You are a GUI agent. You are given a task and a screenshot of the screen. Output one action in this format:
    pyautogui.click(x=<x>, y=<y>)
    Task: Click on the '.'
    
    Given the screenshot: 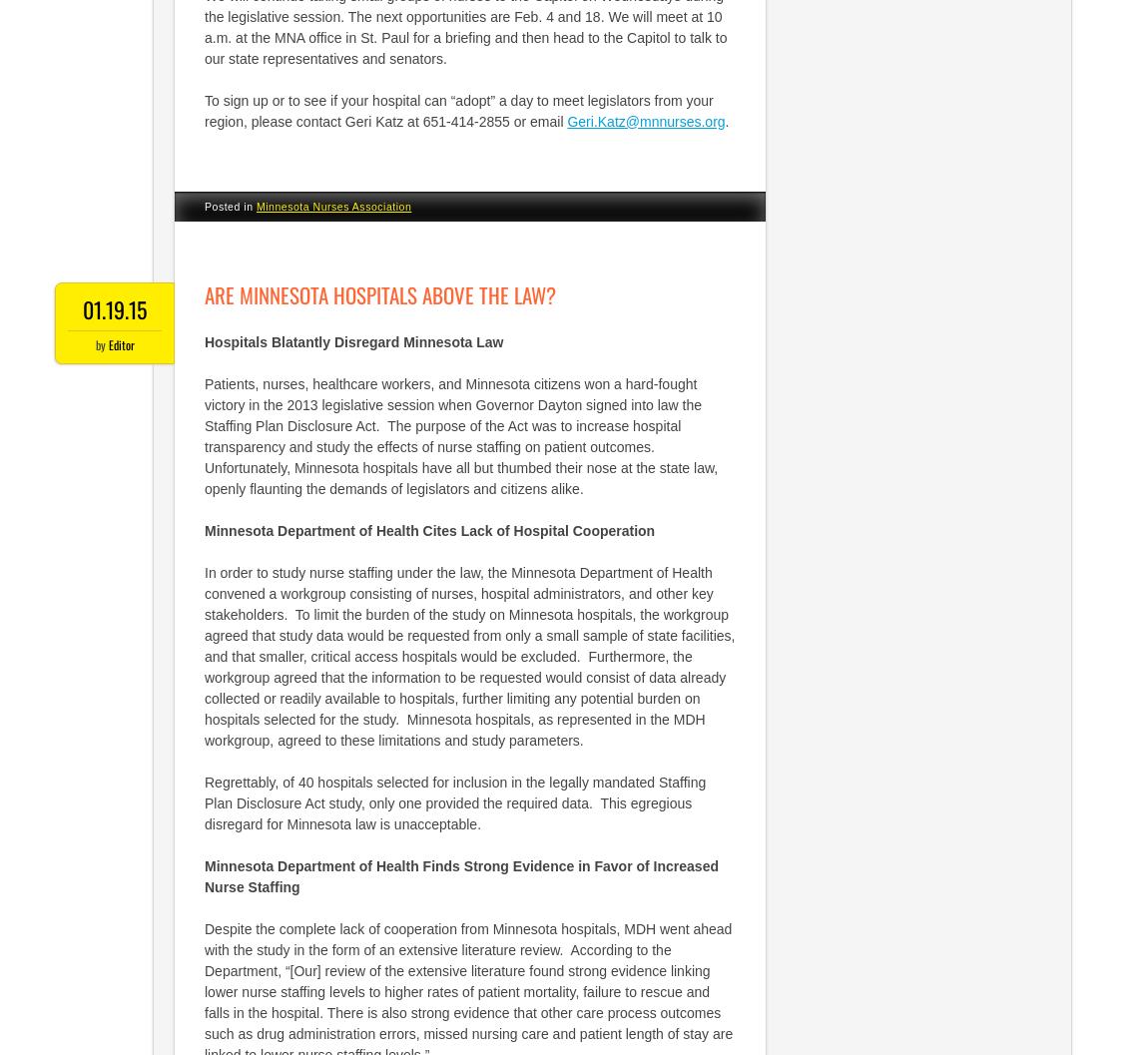 What is the action you would take?
    pyautogui.click(x=725, y=120)
    